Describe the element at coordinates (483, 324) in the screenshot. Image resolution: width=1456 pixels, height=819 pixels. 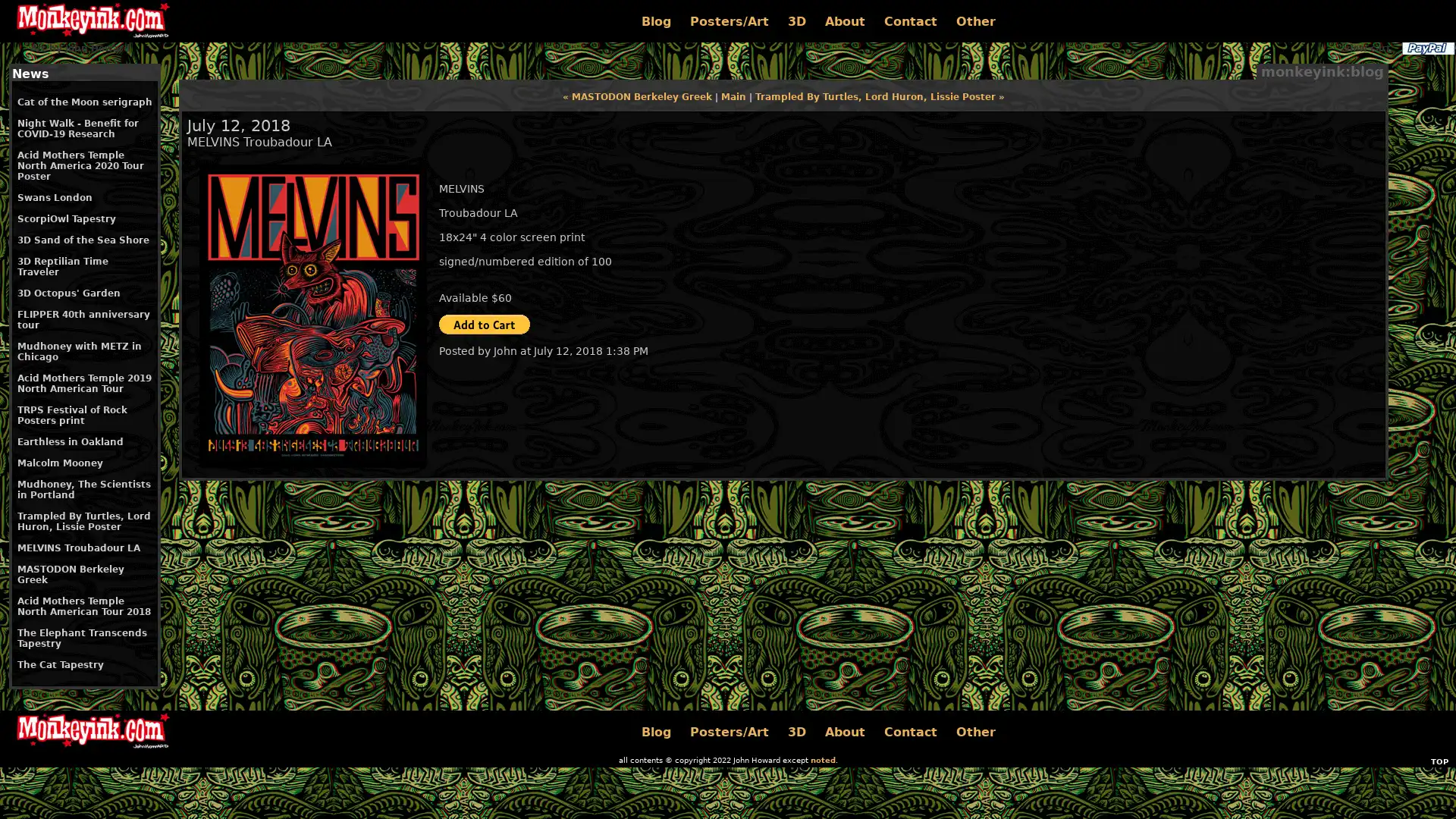
I see `PayPal - The safer, easier way to pay online!` at that location.